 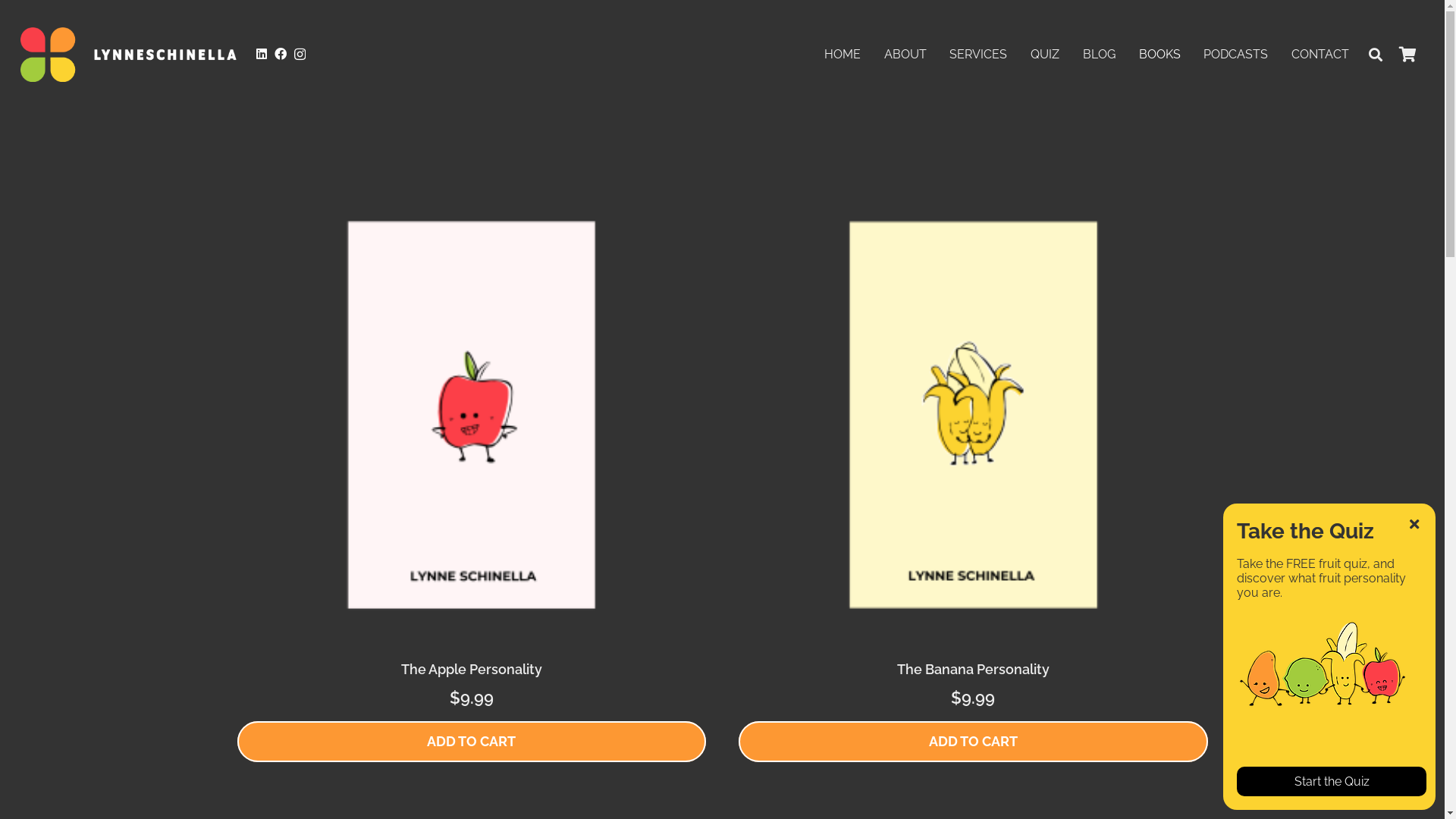 What do you see at coordinates (236, 444) in the screenshot?
I see `'The Apple Personality` at bounding box center [236, 444].